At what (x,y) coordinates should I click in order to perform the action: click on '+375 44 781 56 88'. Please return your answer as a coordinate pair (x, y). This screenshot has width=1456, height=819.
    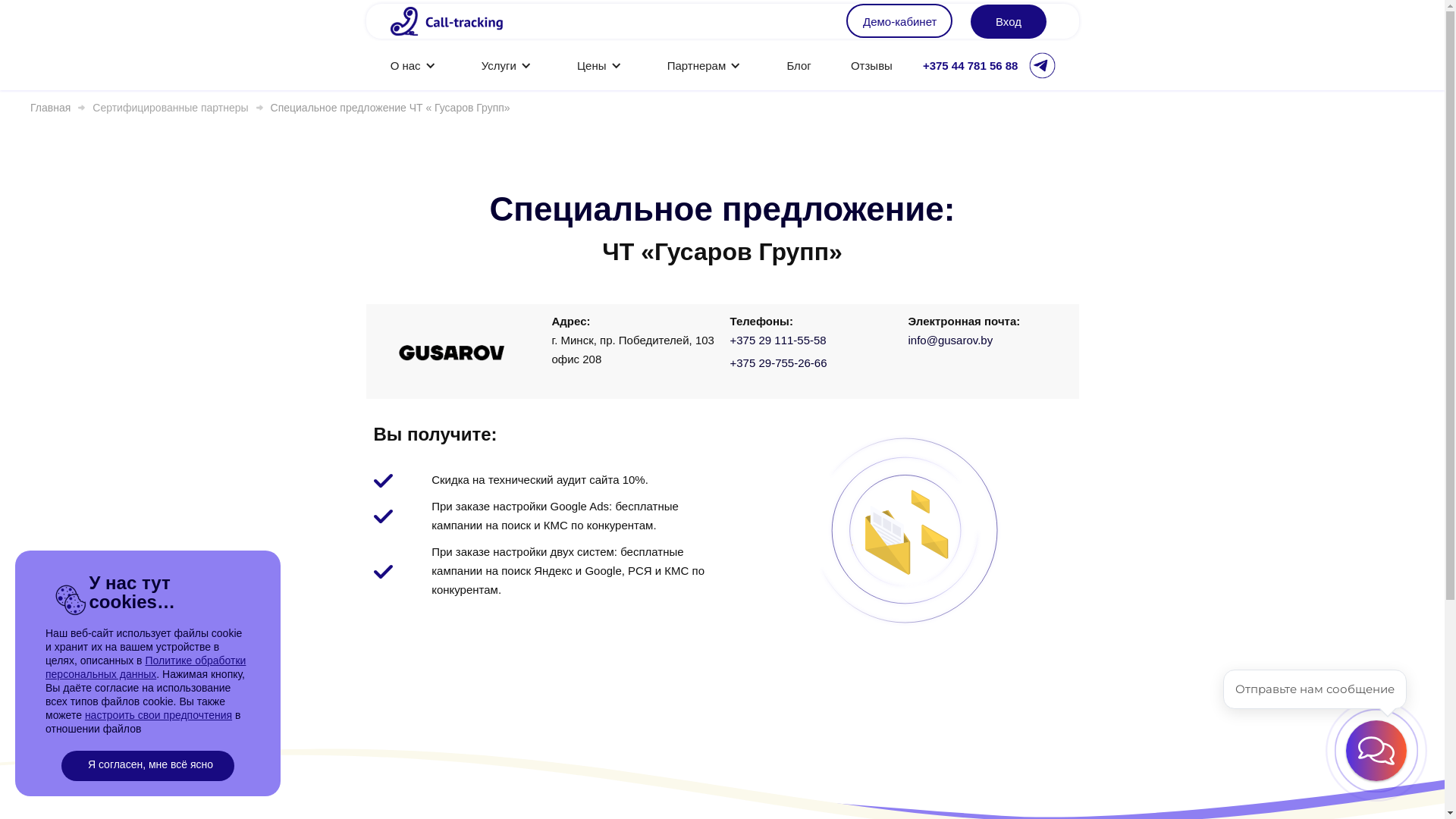
    Looking at the image, I should click on (971, 64).